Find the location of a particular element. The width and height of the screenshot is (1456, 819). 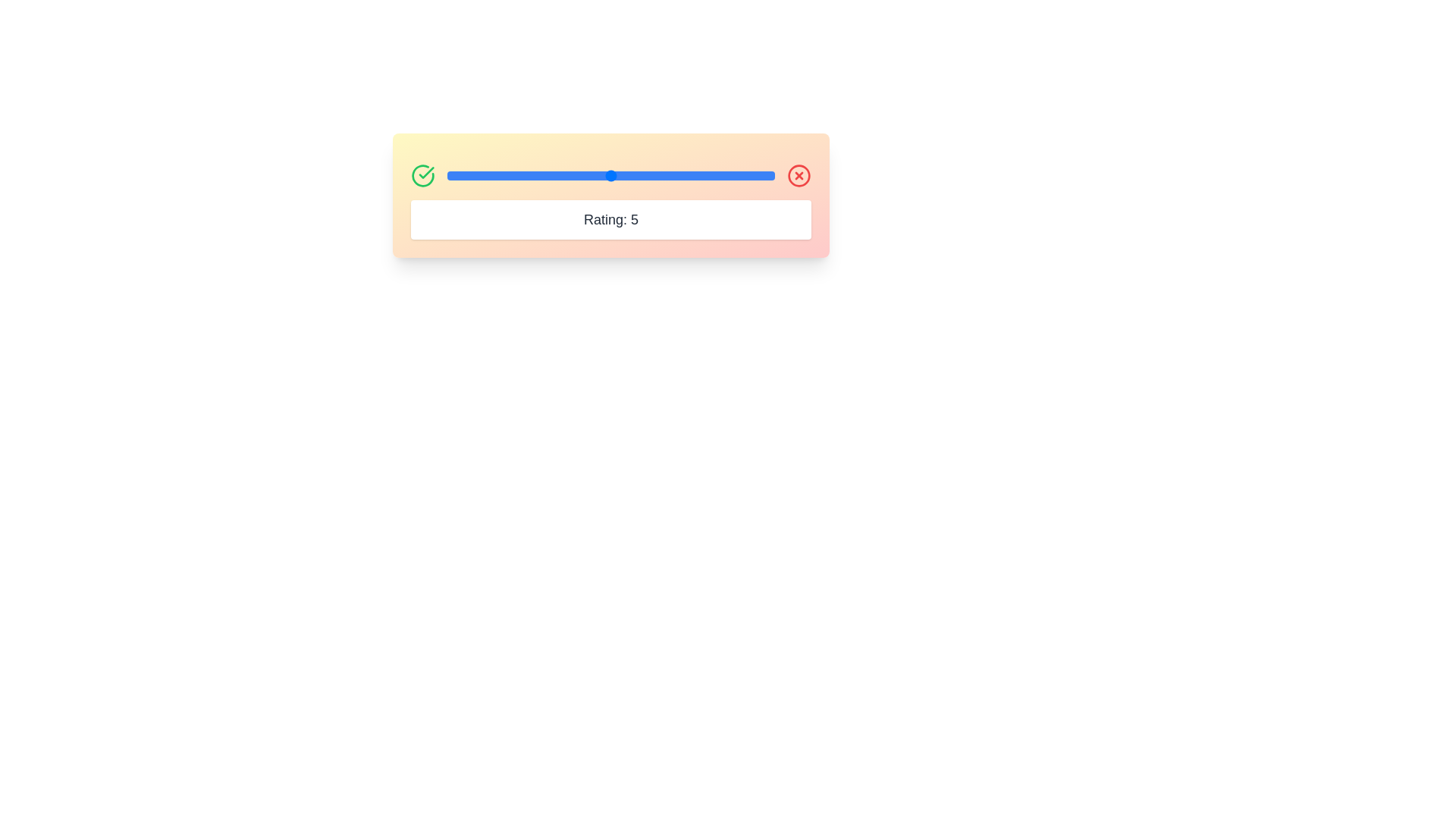

the rating is located at coordinates (742, 174).